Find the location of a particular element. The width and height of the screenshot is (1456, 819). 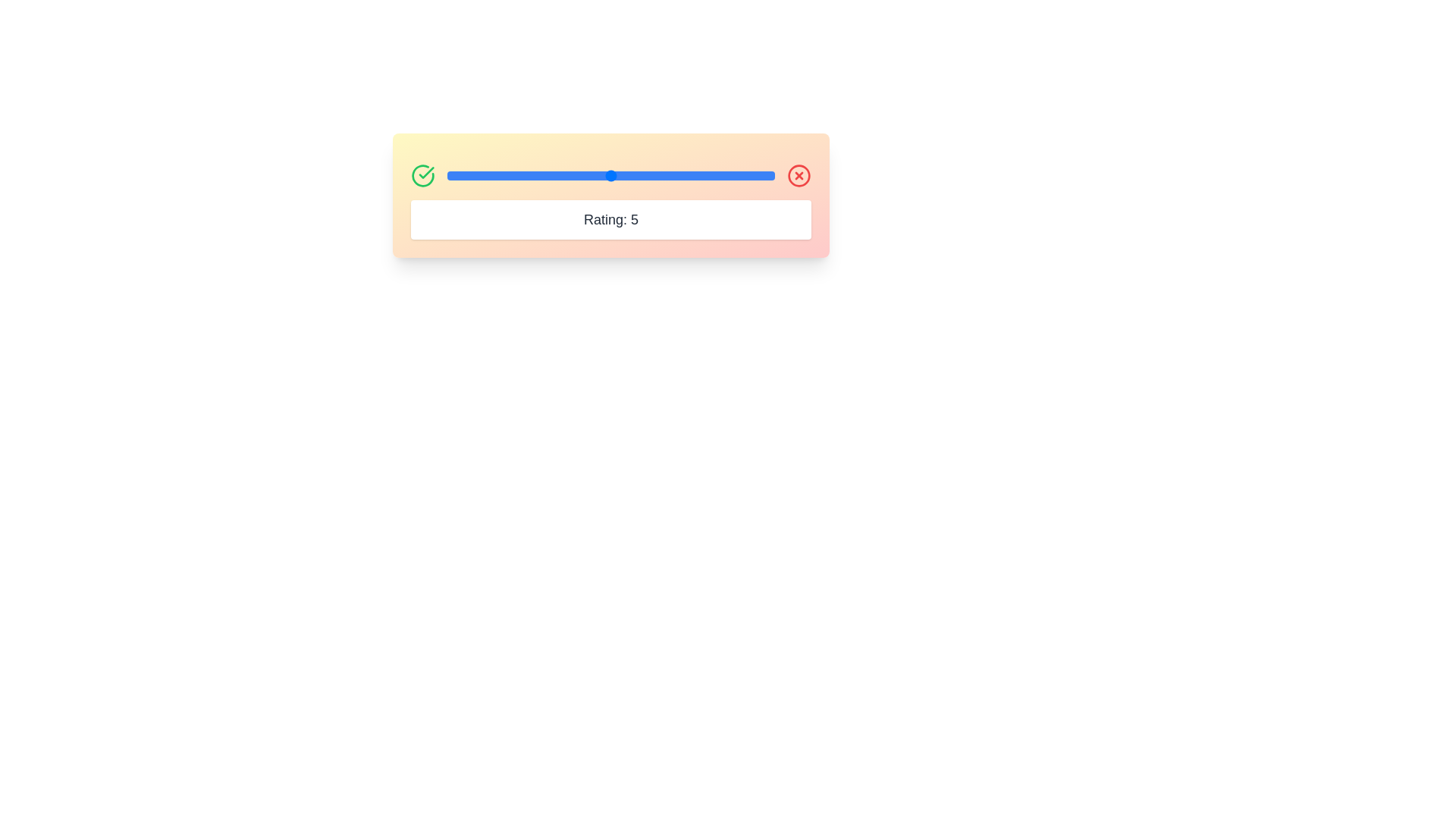

the rating is located at coordinates (742, 174).